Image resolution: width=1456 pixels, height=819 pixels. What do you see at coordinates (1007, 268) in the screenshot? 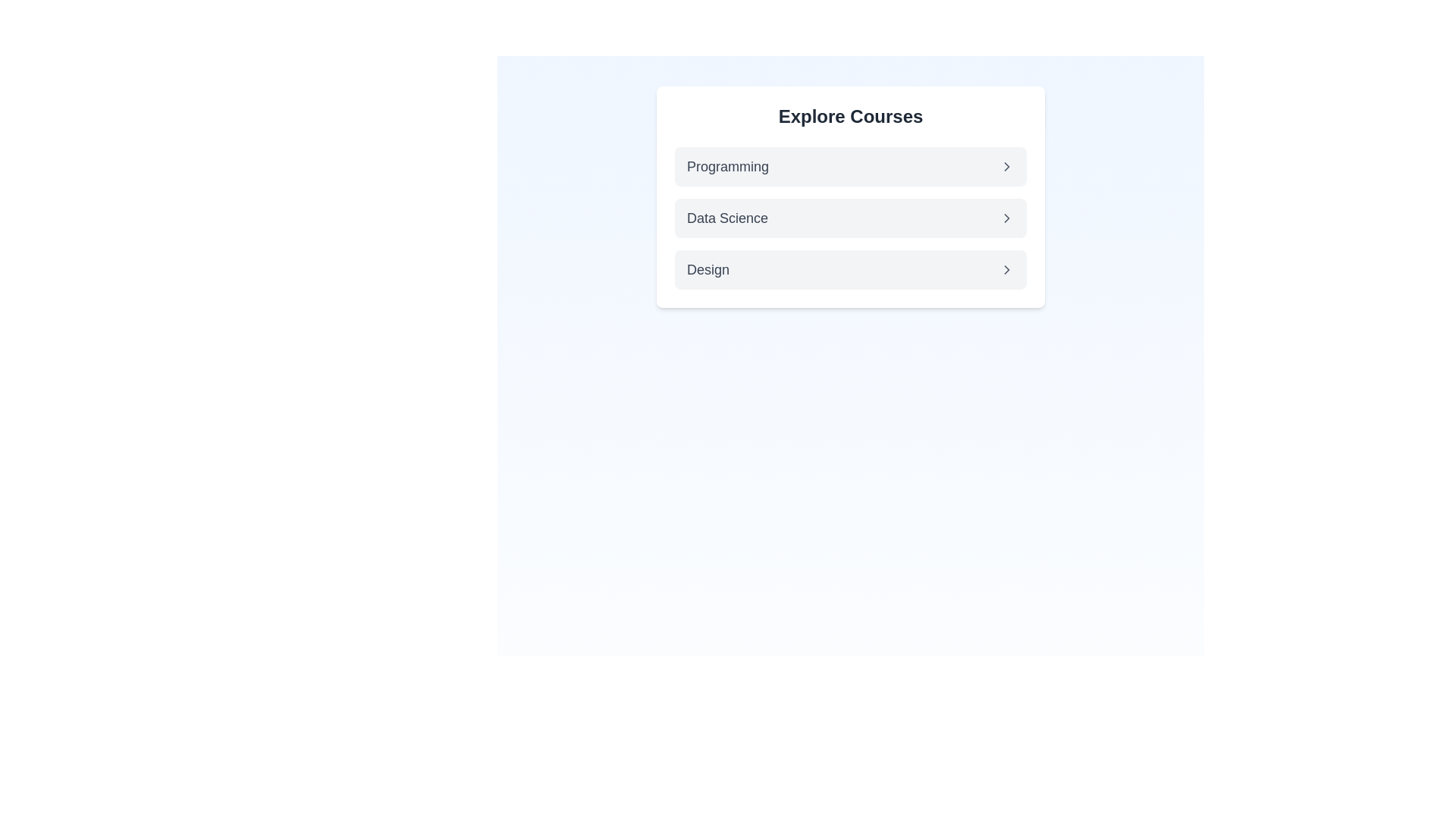
I see `the right-pointing chevron icon located next to the 'Design' option in the menu interface, which is the third in a vertical sequence of similar icons` at bounding box center [1007, 268].